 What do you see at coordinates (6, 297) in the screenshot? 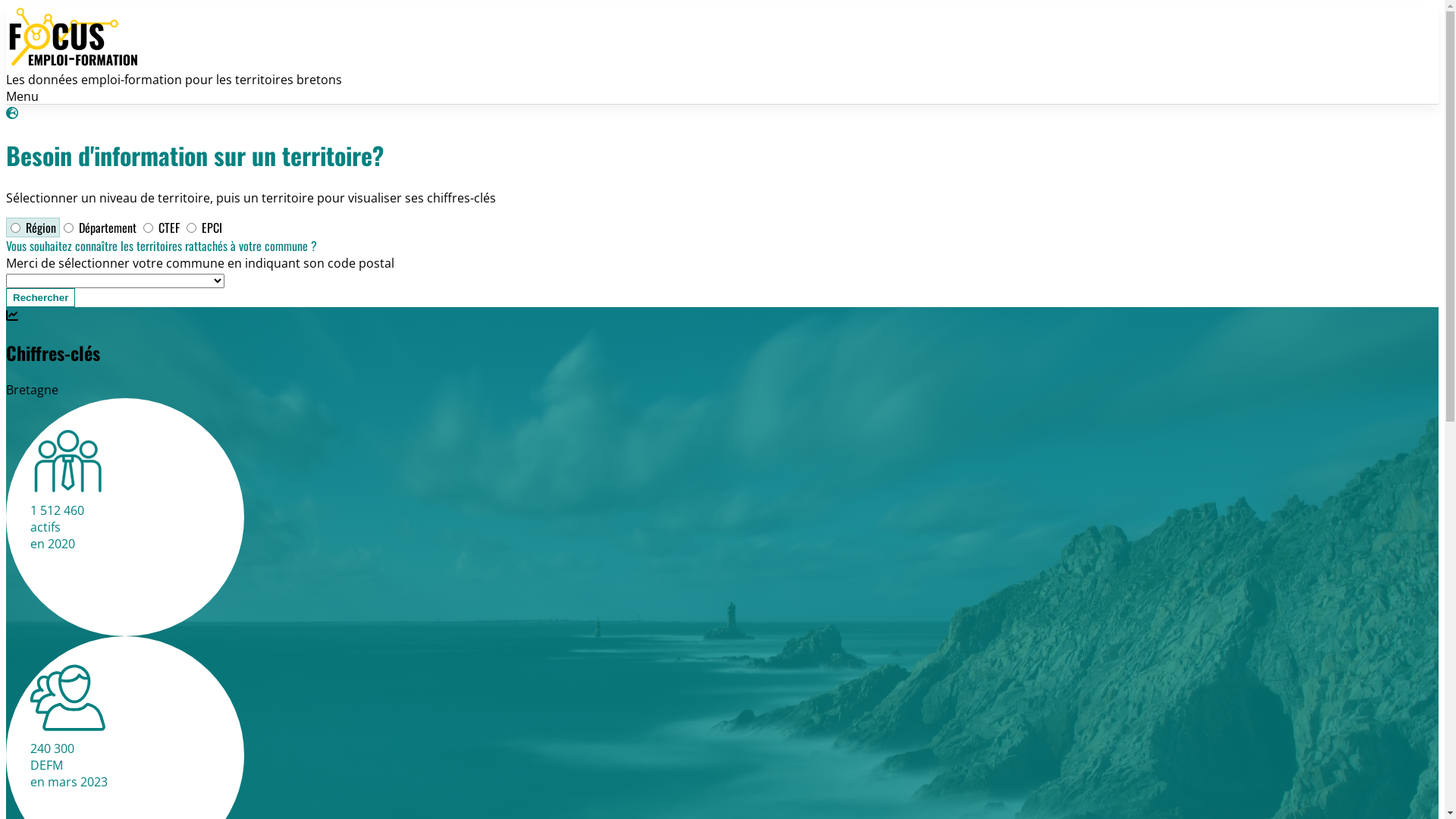
I see `'Rechercher'` at bounding box center [6, 297].